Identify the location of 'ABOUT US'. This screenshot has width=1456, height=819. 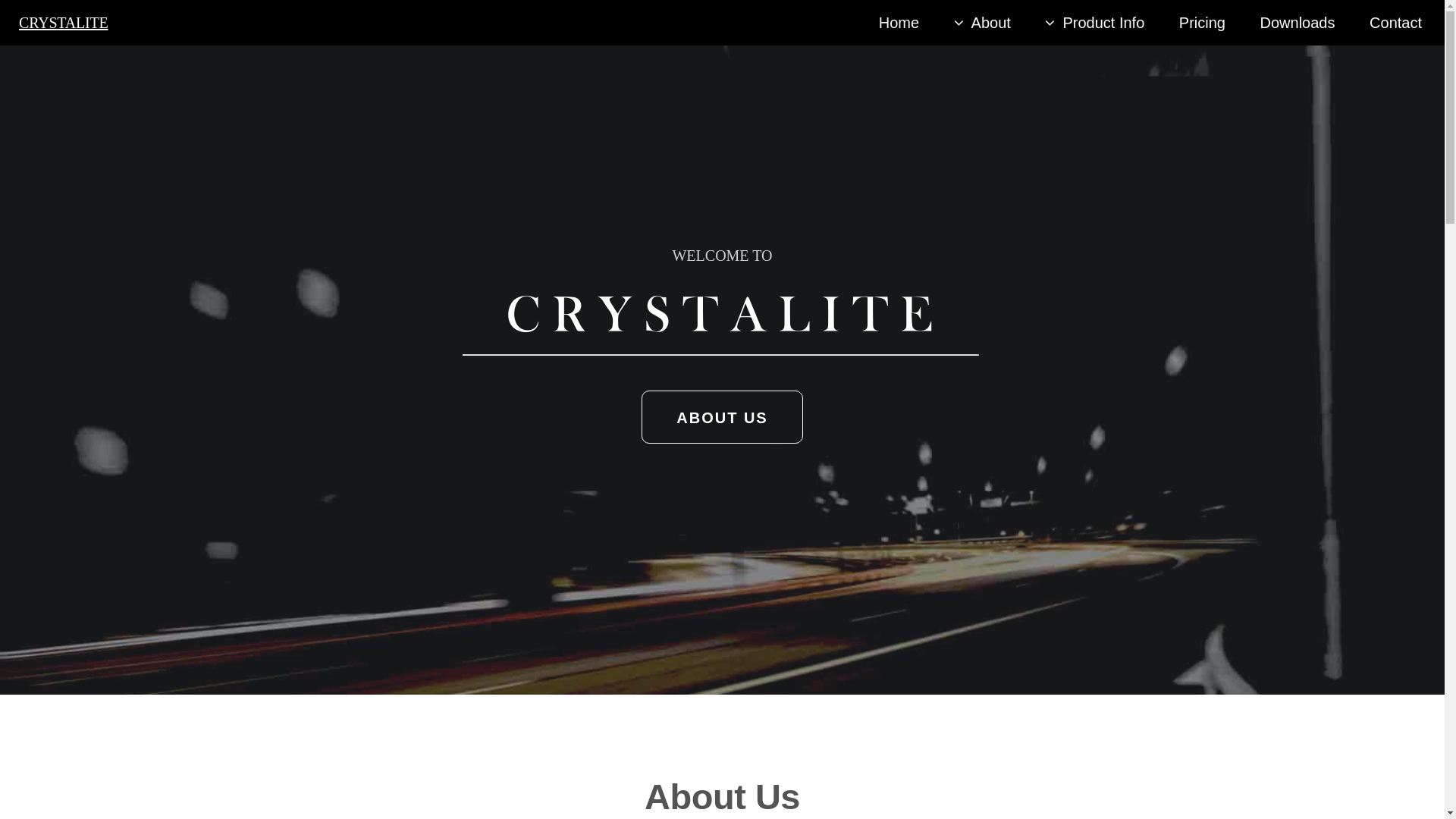
(720, 417).